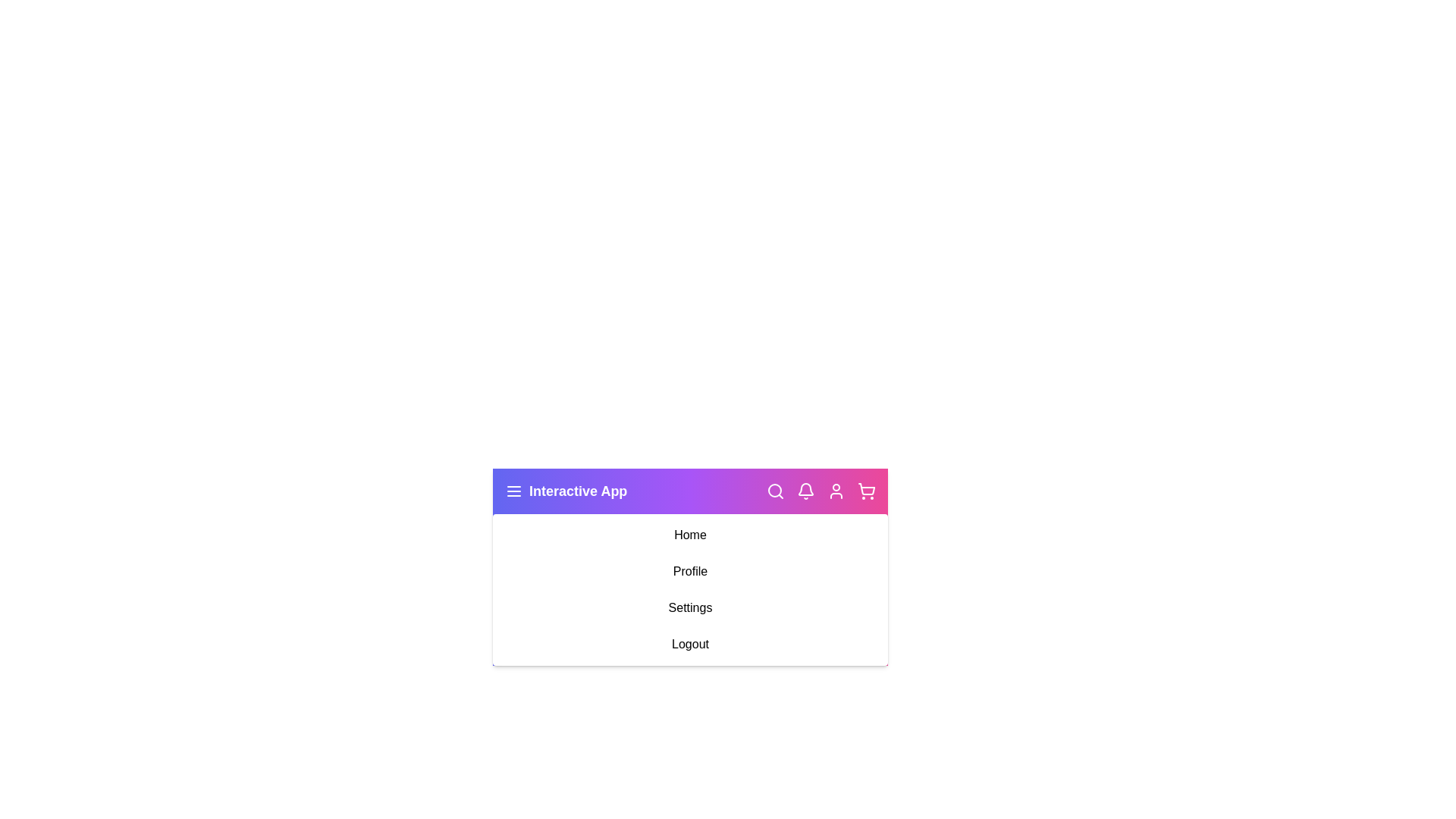 The width and height of the screenshot is (1456, 819). I want to click on the logout_menu to observe hover effects, so click(689, 644).